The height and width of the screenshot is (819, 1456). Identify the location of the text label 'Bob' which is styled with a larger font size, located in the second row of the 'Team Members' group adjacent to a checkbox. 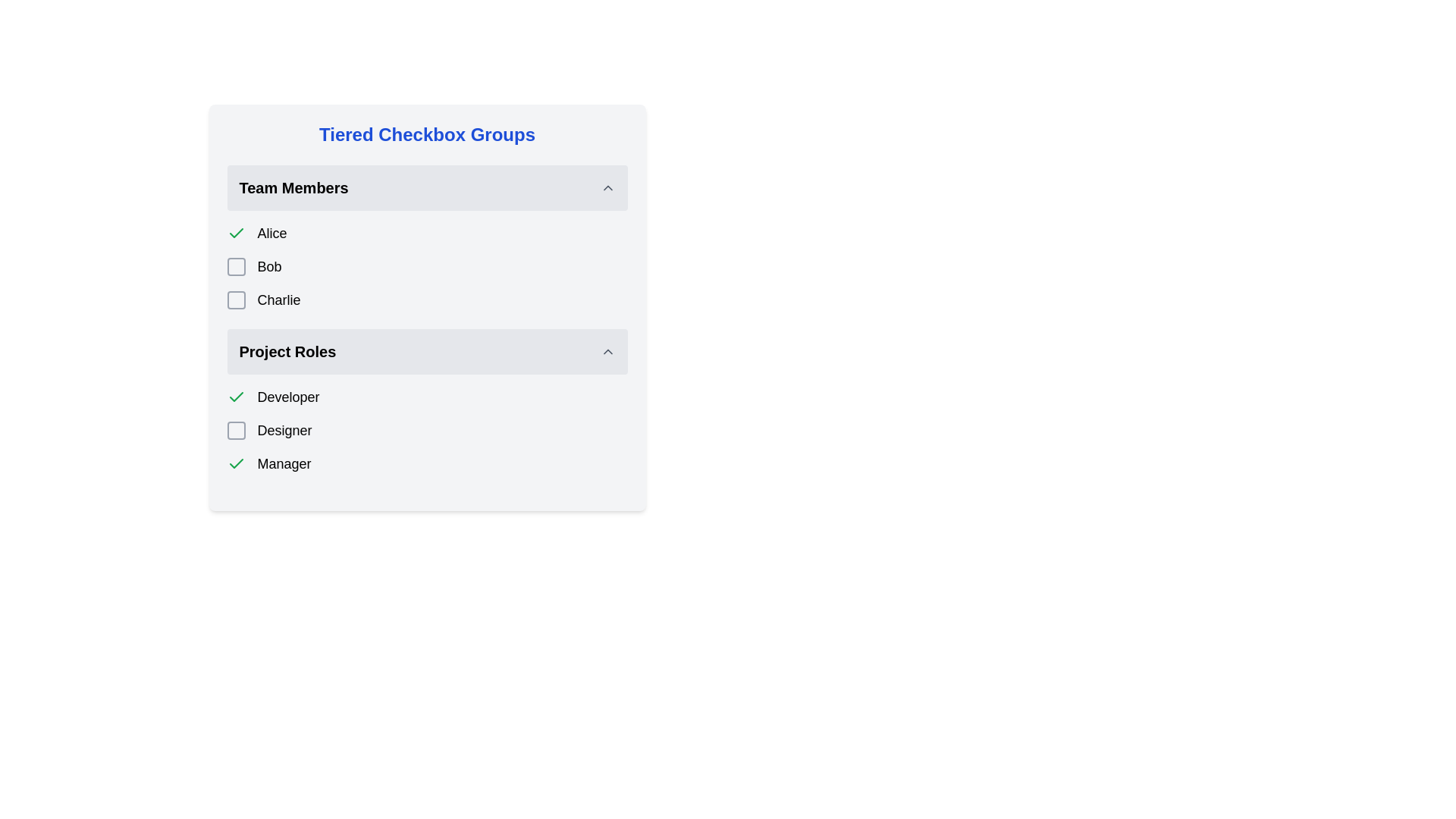
(269, 265).